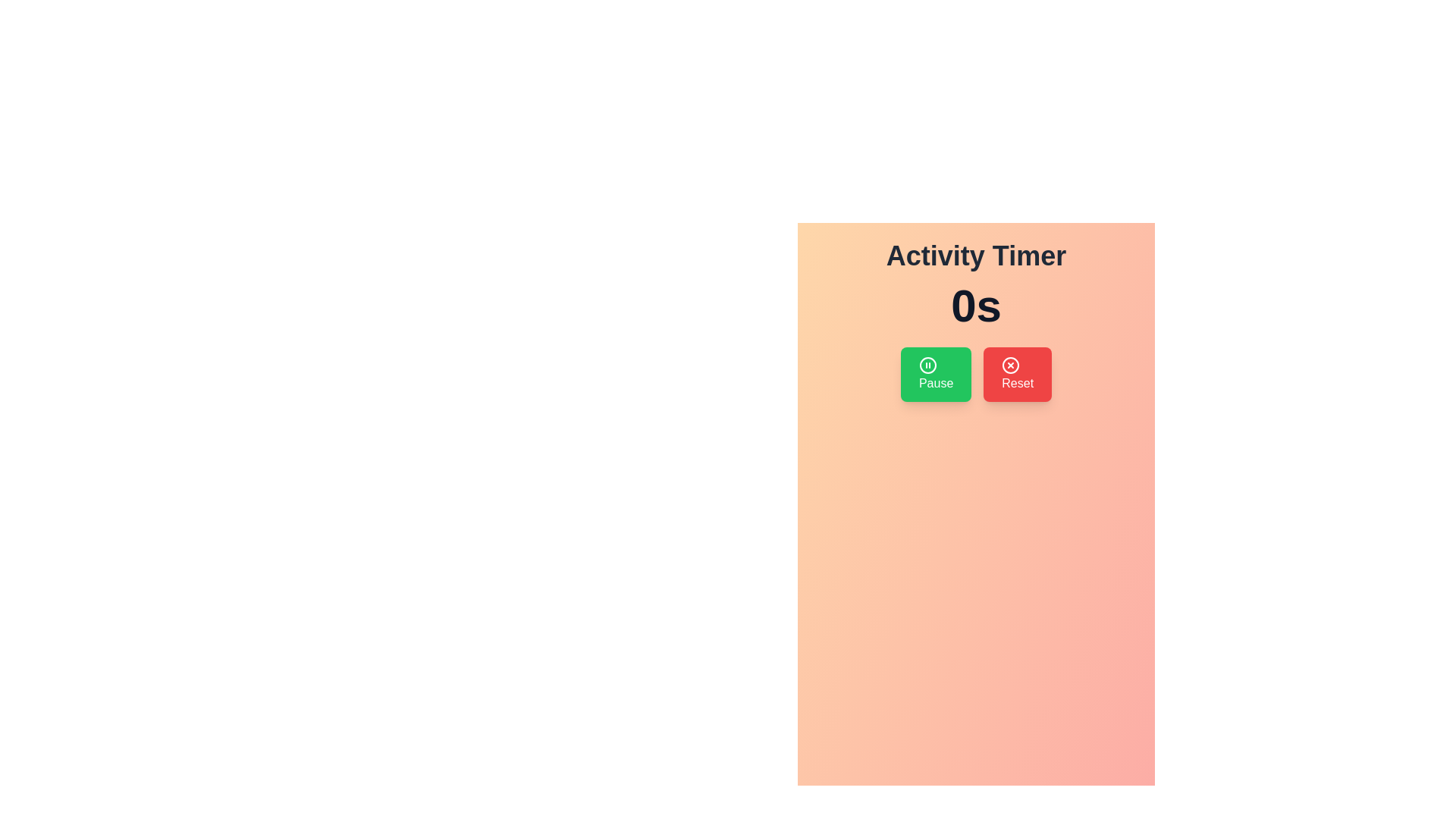 Image resolution: width=1456 pixels, height=819 pixels. I want to click on the header label for the activity timer, which is positioned at the top and centered horizontally above the '0s' text element, so click(976, 256).